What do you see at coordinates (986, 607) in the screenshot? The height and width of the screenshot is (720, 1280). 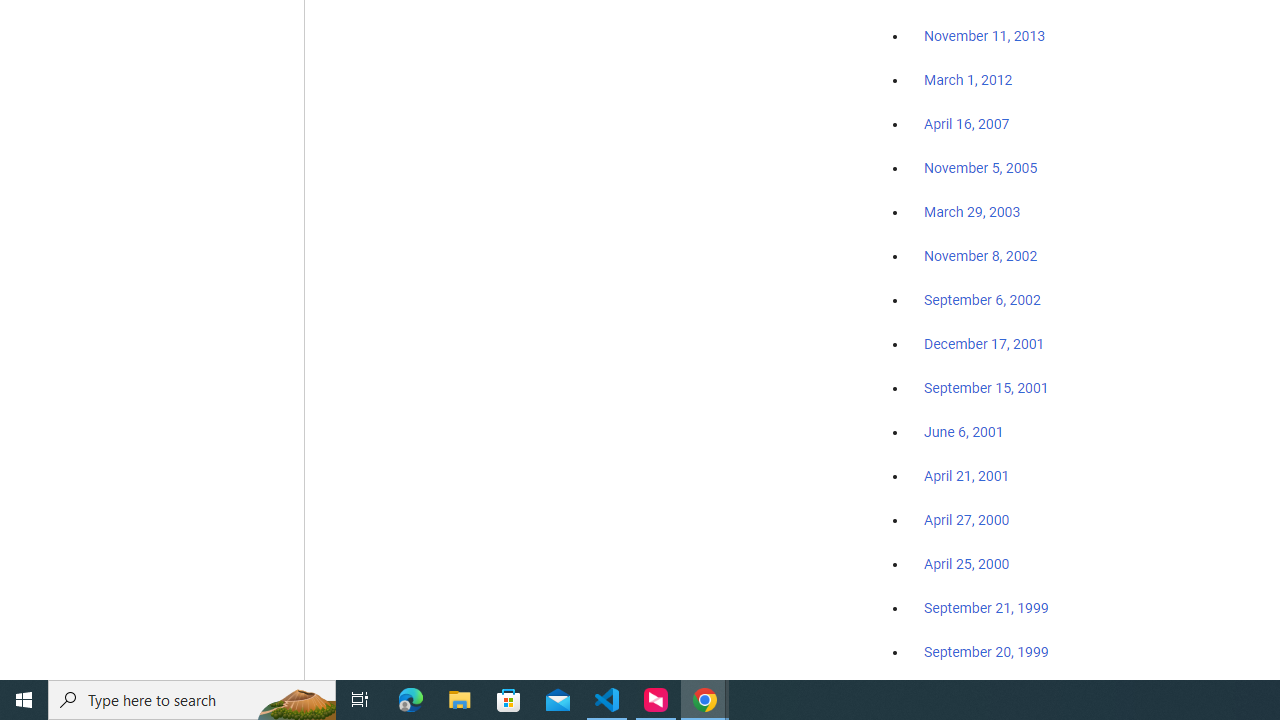 I see `'September 21, 1999'` at bounding box center [986, 607].